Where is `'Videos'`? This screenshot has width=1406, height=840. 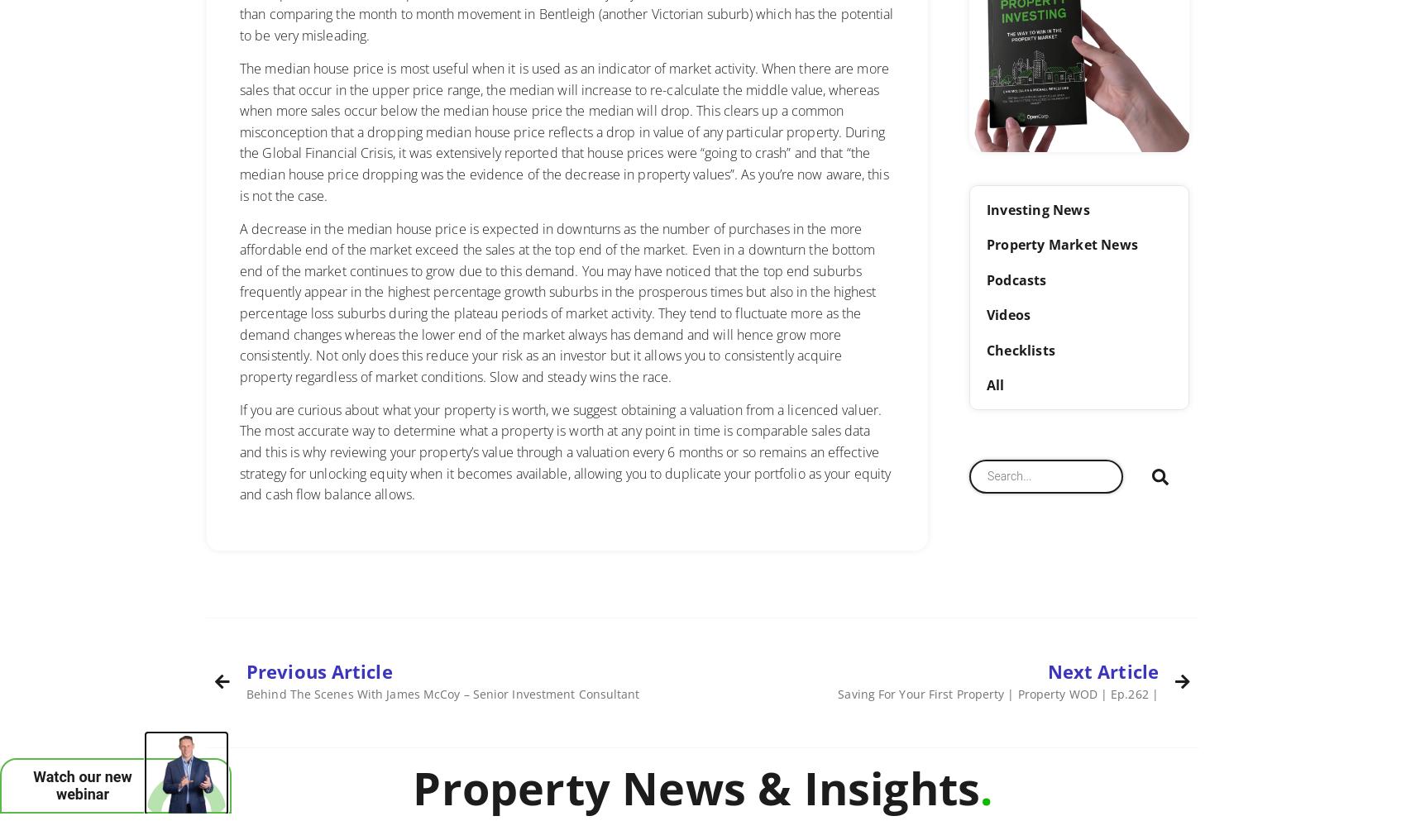
'Videos' is located at coordinates (1007, 315).